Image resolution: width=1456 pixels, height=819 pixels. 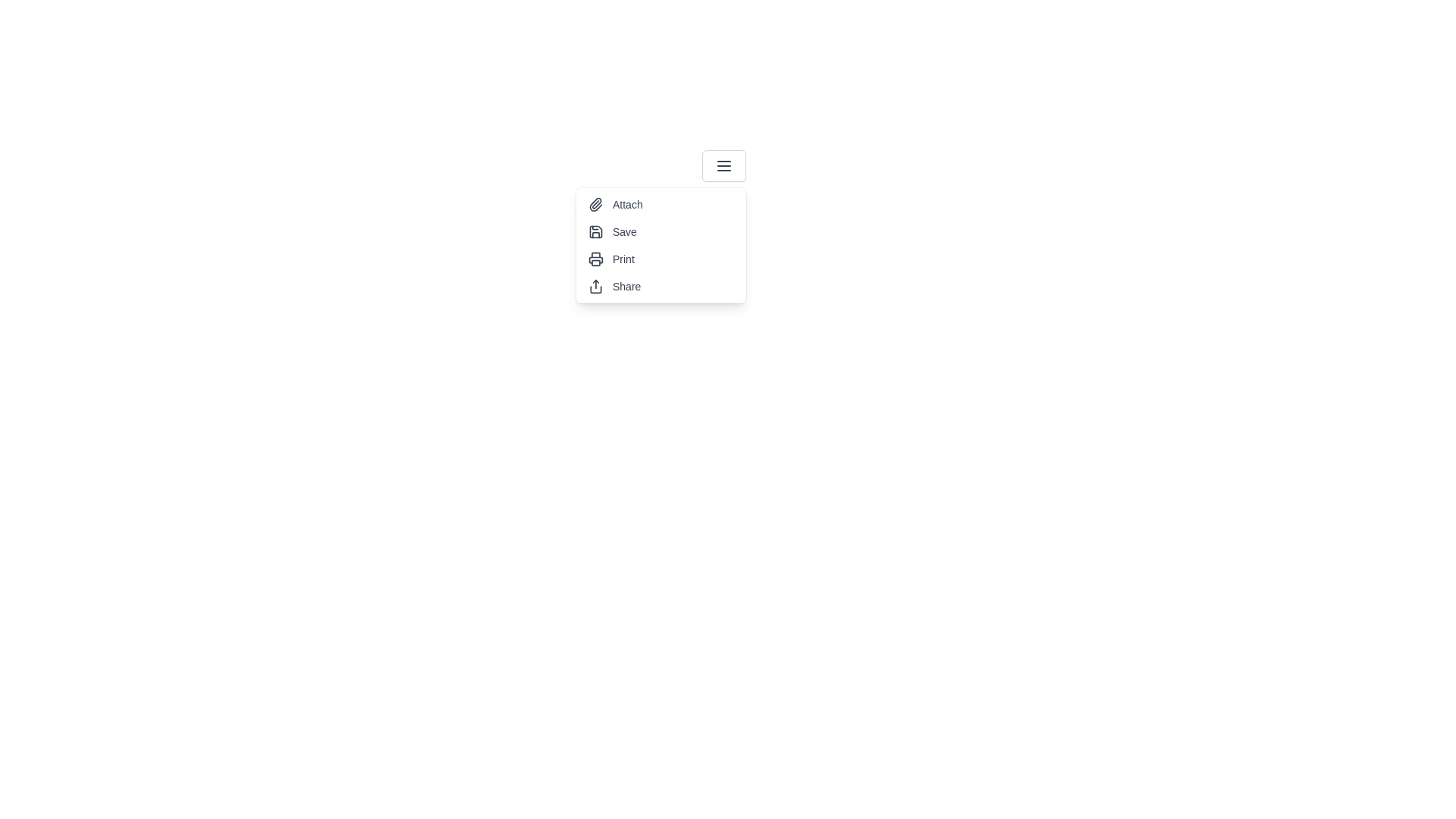 I want to click on the menu icon button represented by three horizontal lines stacked vertically, located in the top-right region of the grouping of UI components, so click(x=723, y=166).